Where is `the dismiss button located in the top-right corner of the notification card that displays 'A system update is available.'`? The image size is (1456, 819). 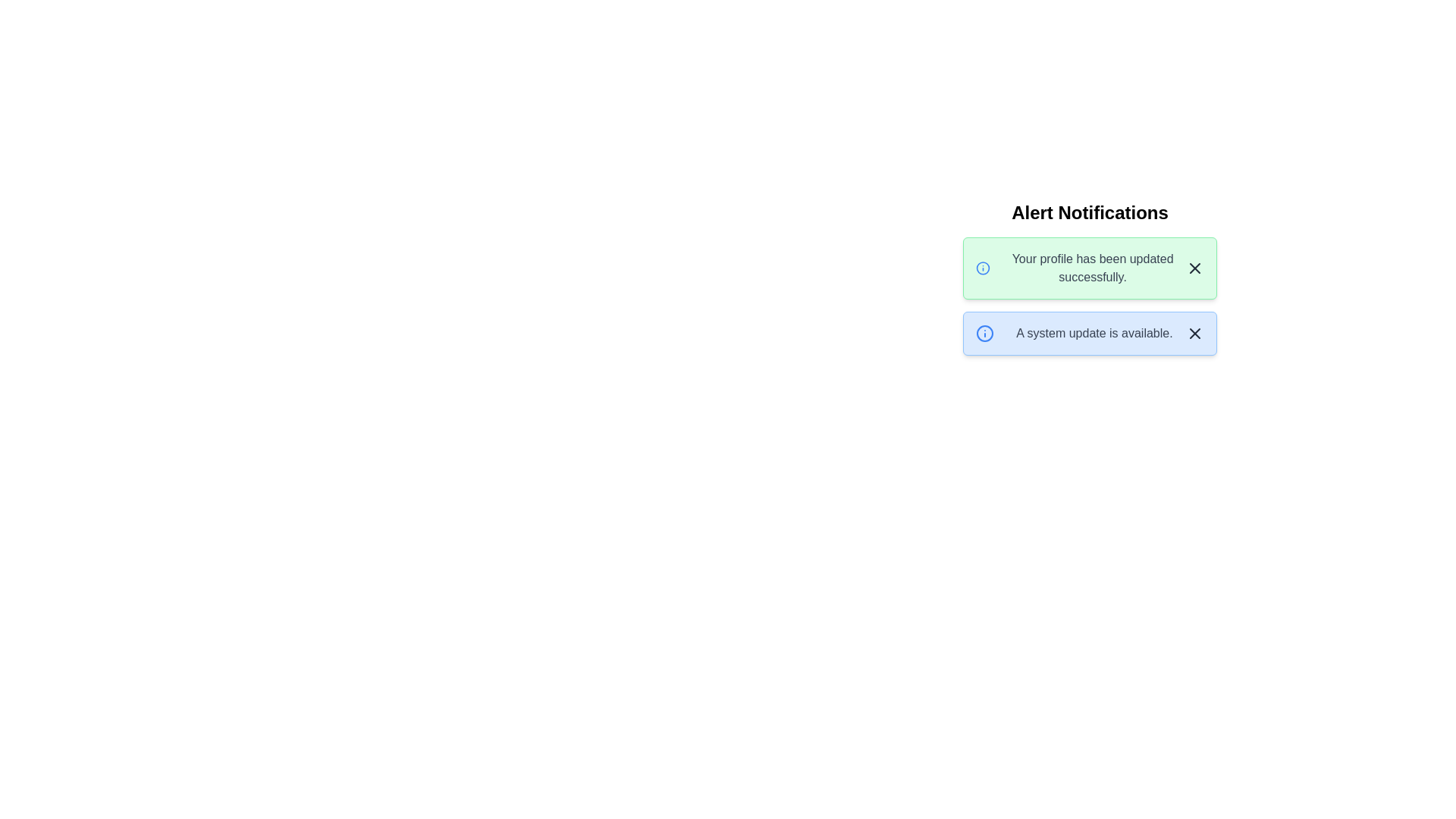
the dismiss button located in the top-right corner of the notification card that displays 'A system update is available.' is located at coordinates (1194, 332).